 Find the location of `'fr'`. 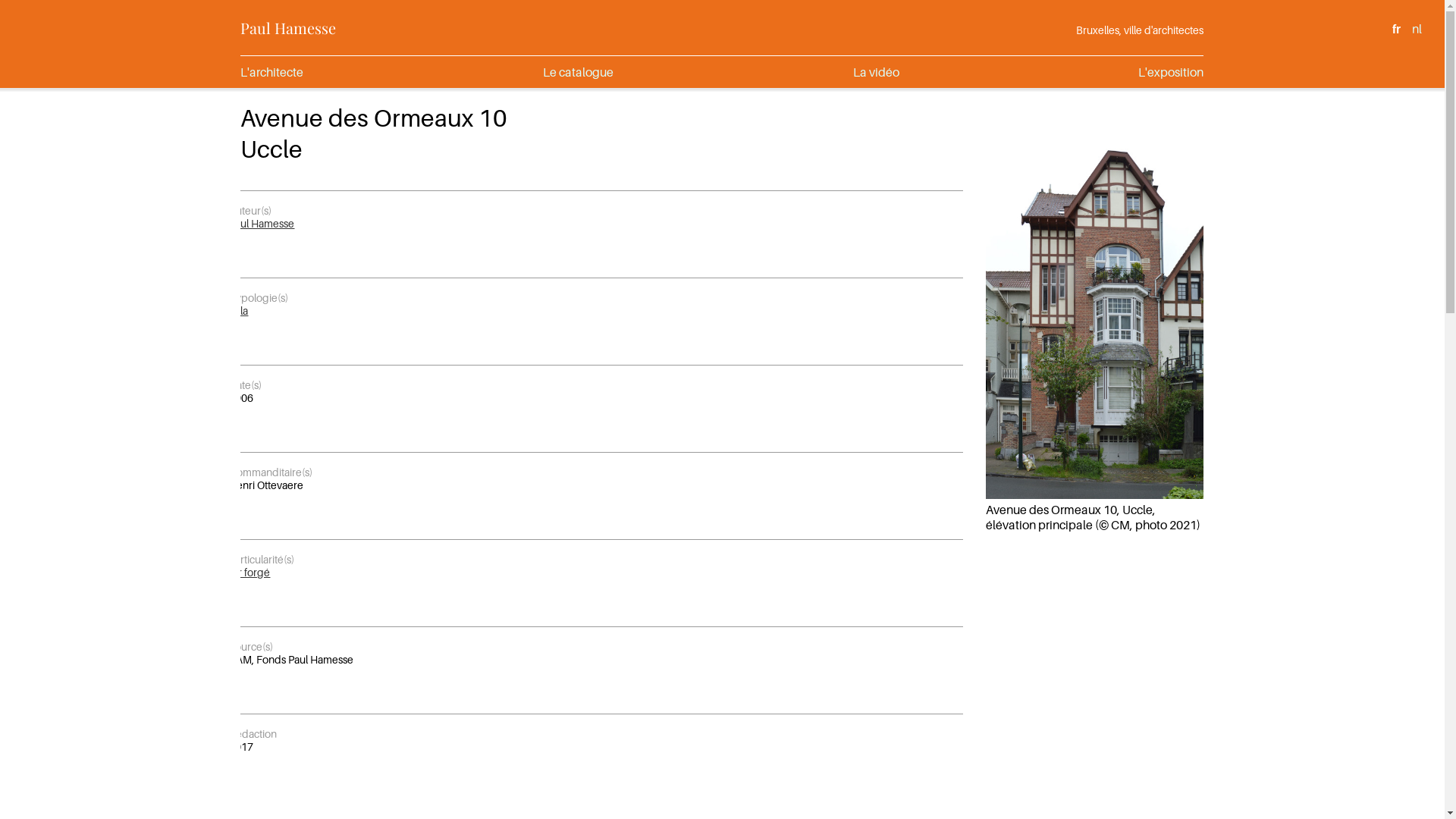

'fr' is located at coordinates (1395, 29).